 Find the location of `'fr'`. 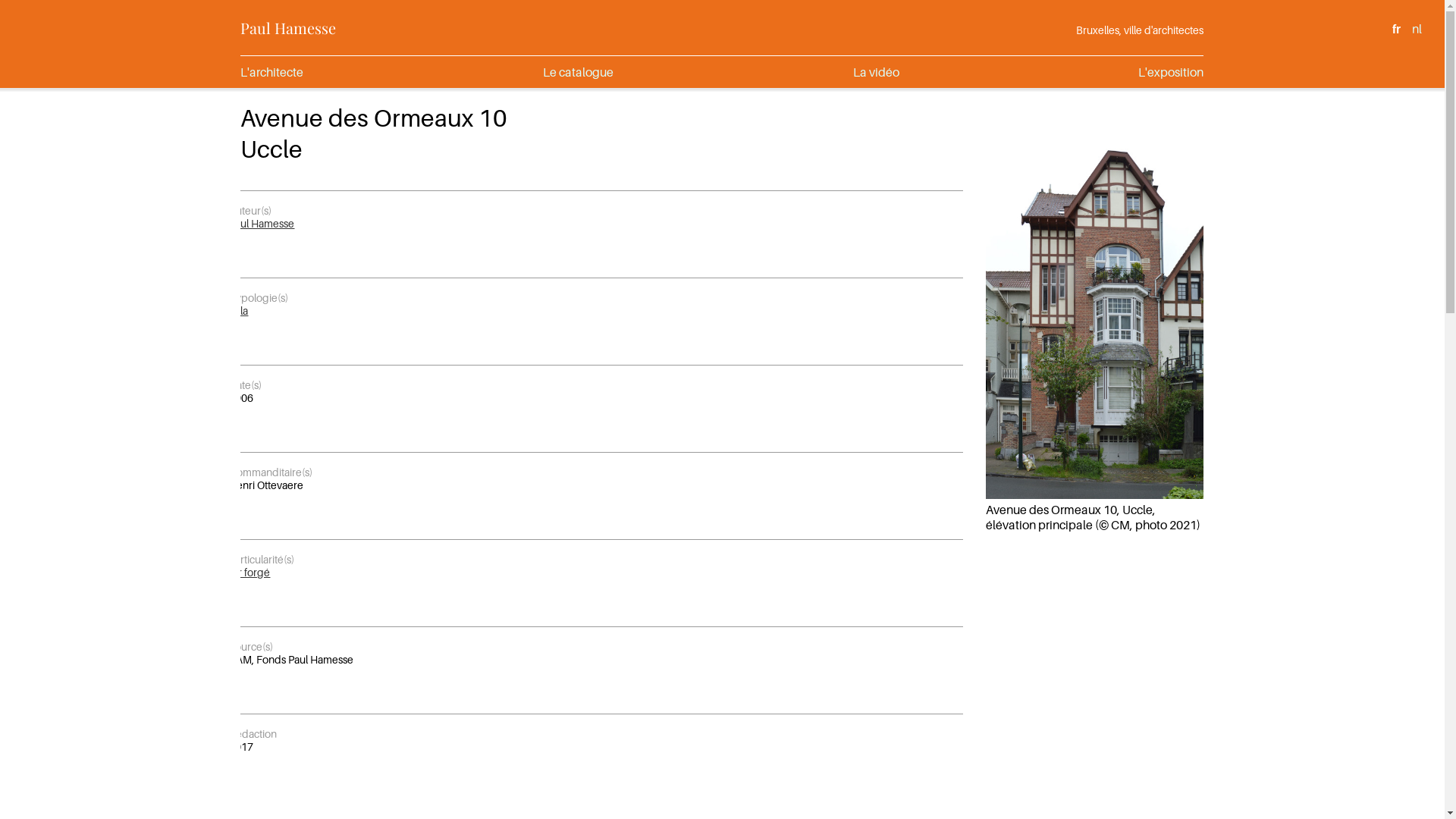

'fr' is located at coordinates (1395, 29).